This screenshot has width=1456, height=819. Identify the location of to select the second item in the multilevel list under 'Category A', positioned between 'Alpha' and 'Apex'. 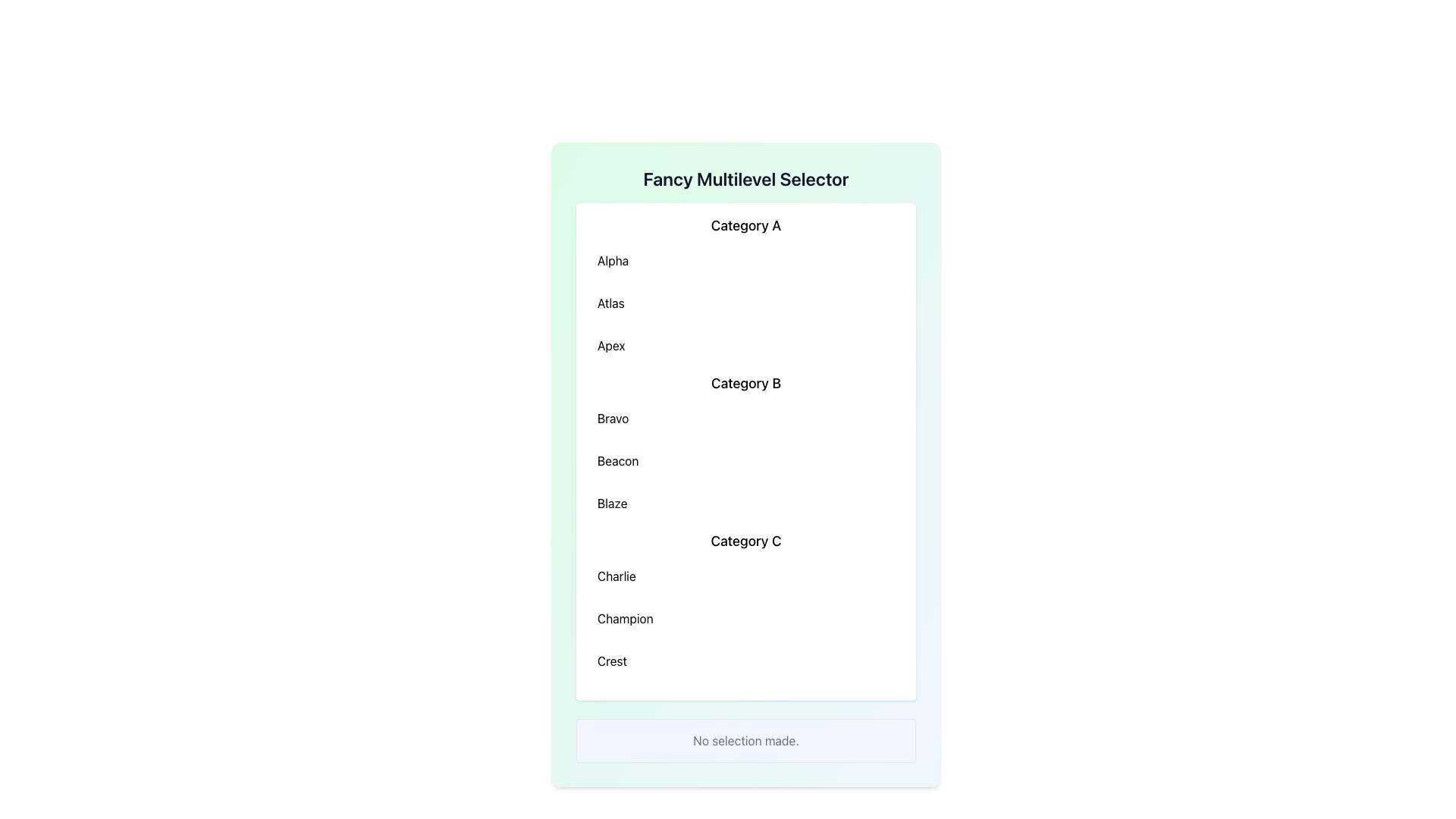
(610, 303).